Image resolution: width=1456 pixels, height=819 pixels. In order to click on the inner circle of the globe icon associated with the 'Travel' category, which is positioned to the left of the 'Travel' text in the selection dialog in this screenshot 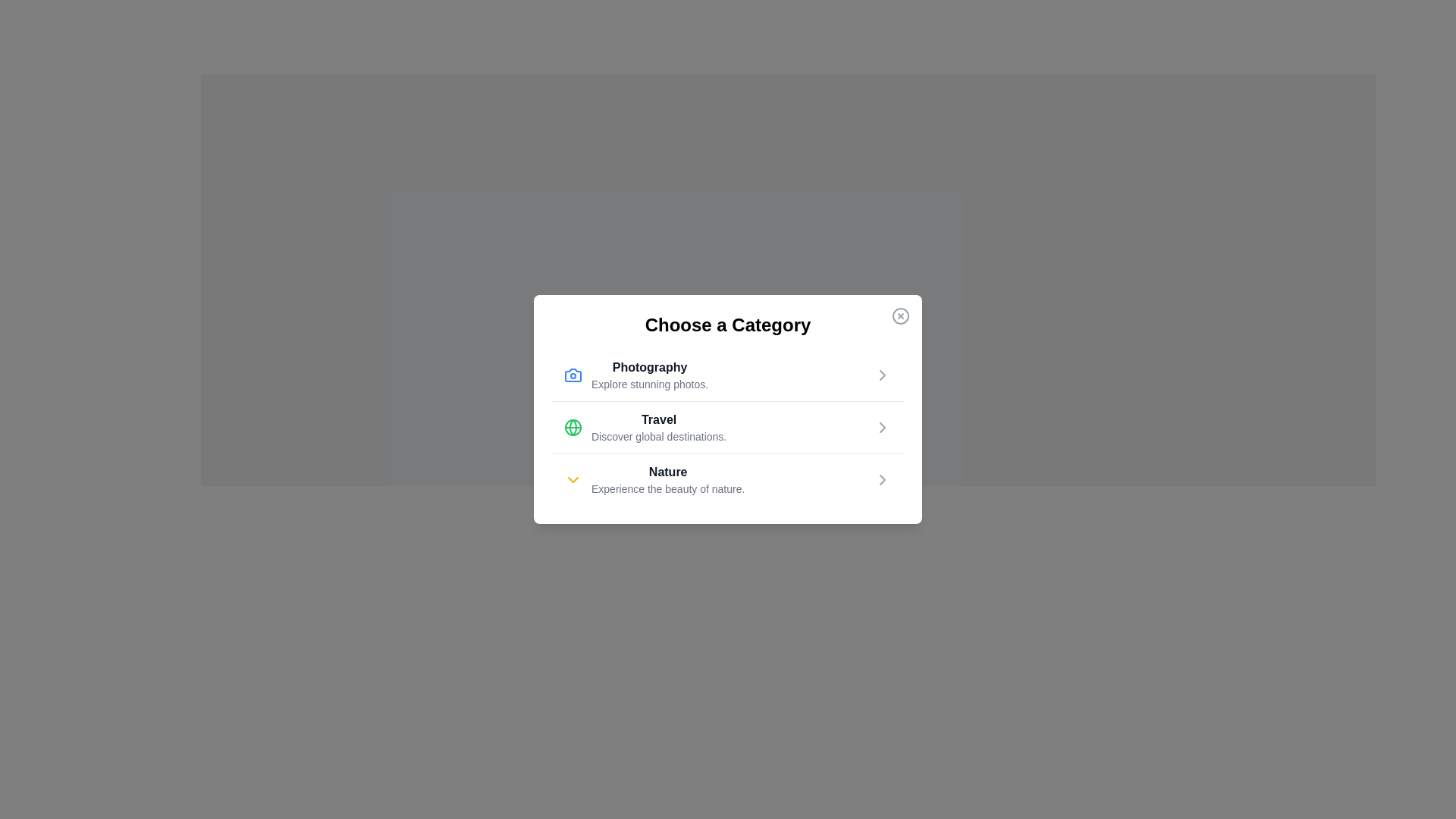, I will do `click(572, 427)`.